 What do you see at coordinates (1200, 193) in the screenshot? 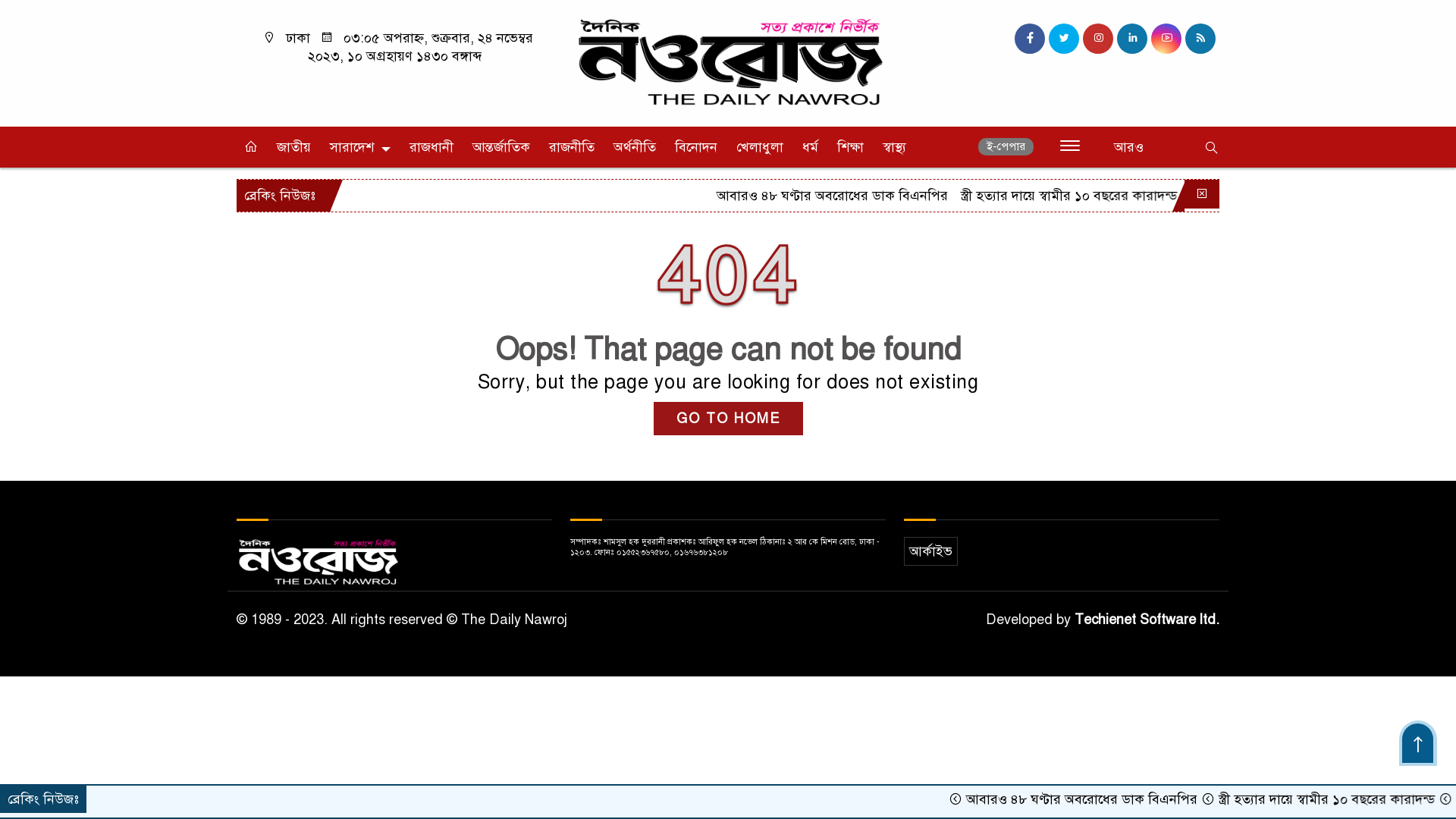
I see `'Click to close'` at bounding box center [1200, 193].